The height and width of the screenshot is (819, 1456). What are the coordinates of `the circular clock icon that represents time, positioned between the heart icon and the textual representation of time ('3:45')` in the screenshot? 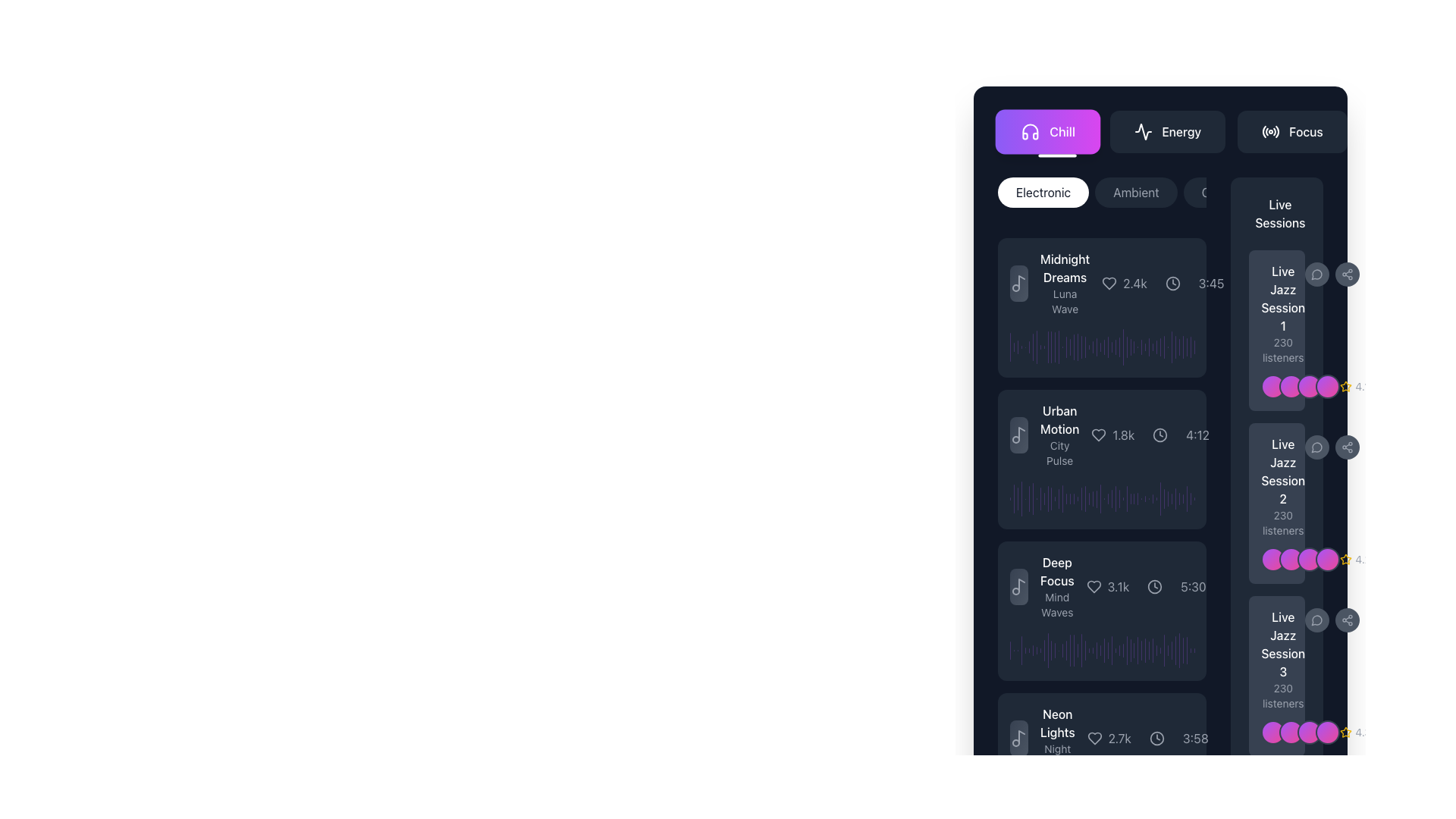 It's located at (1172, 284).